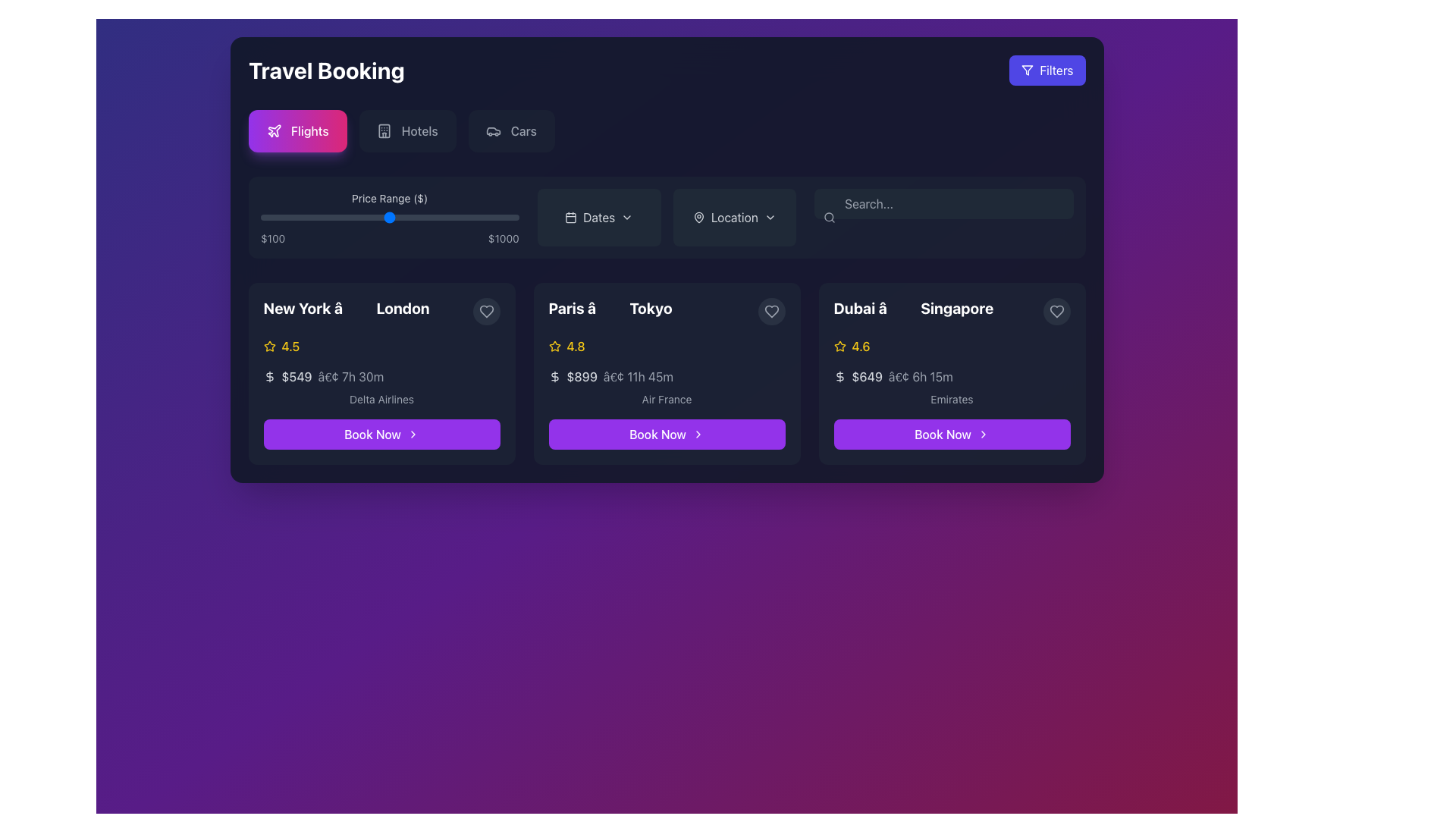 This screenshot has width=1456, height=819. I want to click on the 'Cars' text label within the button located in the top navigation bar, which is styled in gray against a dark background, so click(523, 130).